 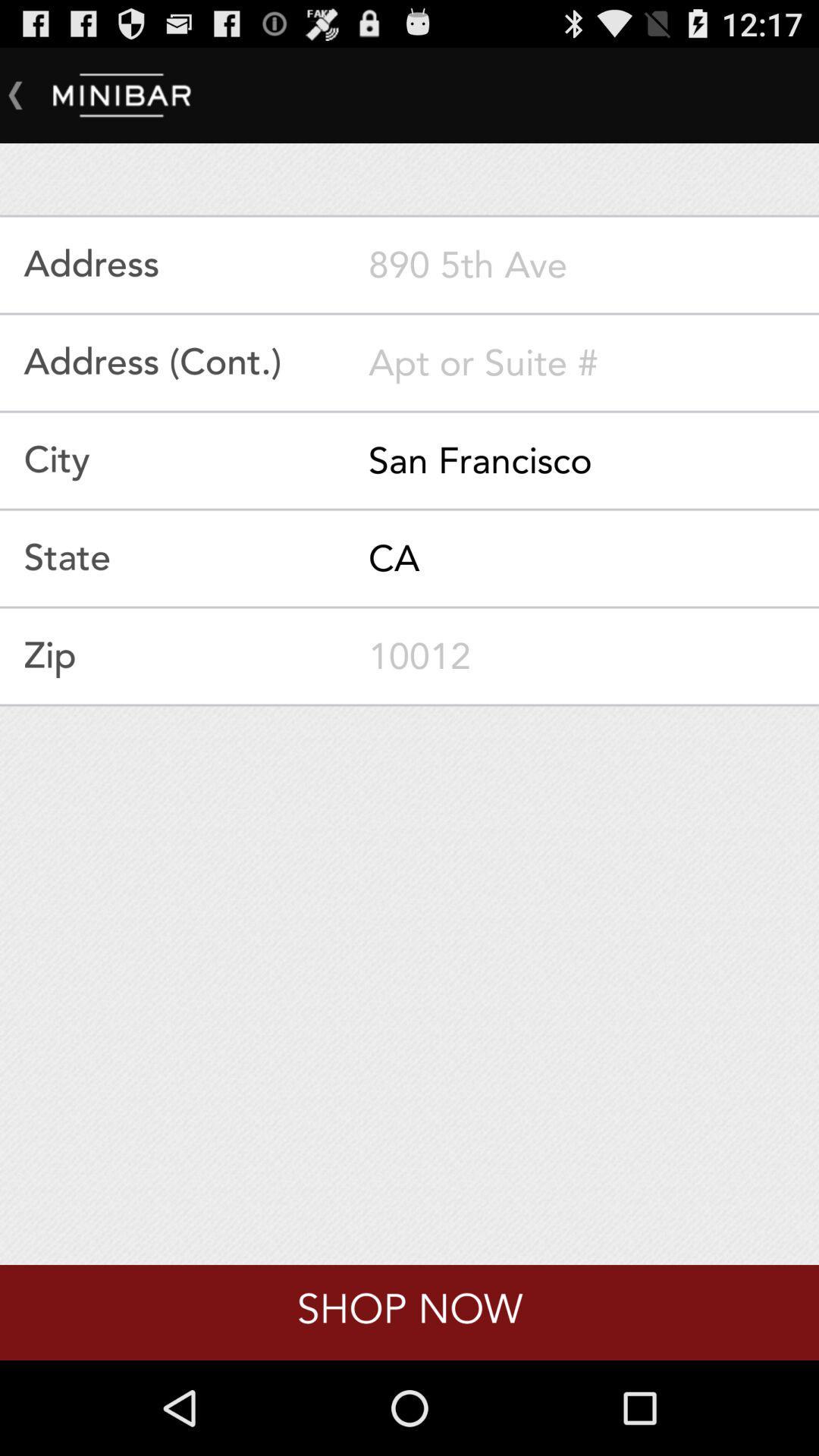 What do you see at coordinates (593, 656) in the screenshot?
I see `zip code` at bounding box center [593, 656].